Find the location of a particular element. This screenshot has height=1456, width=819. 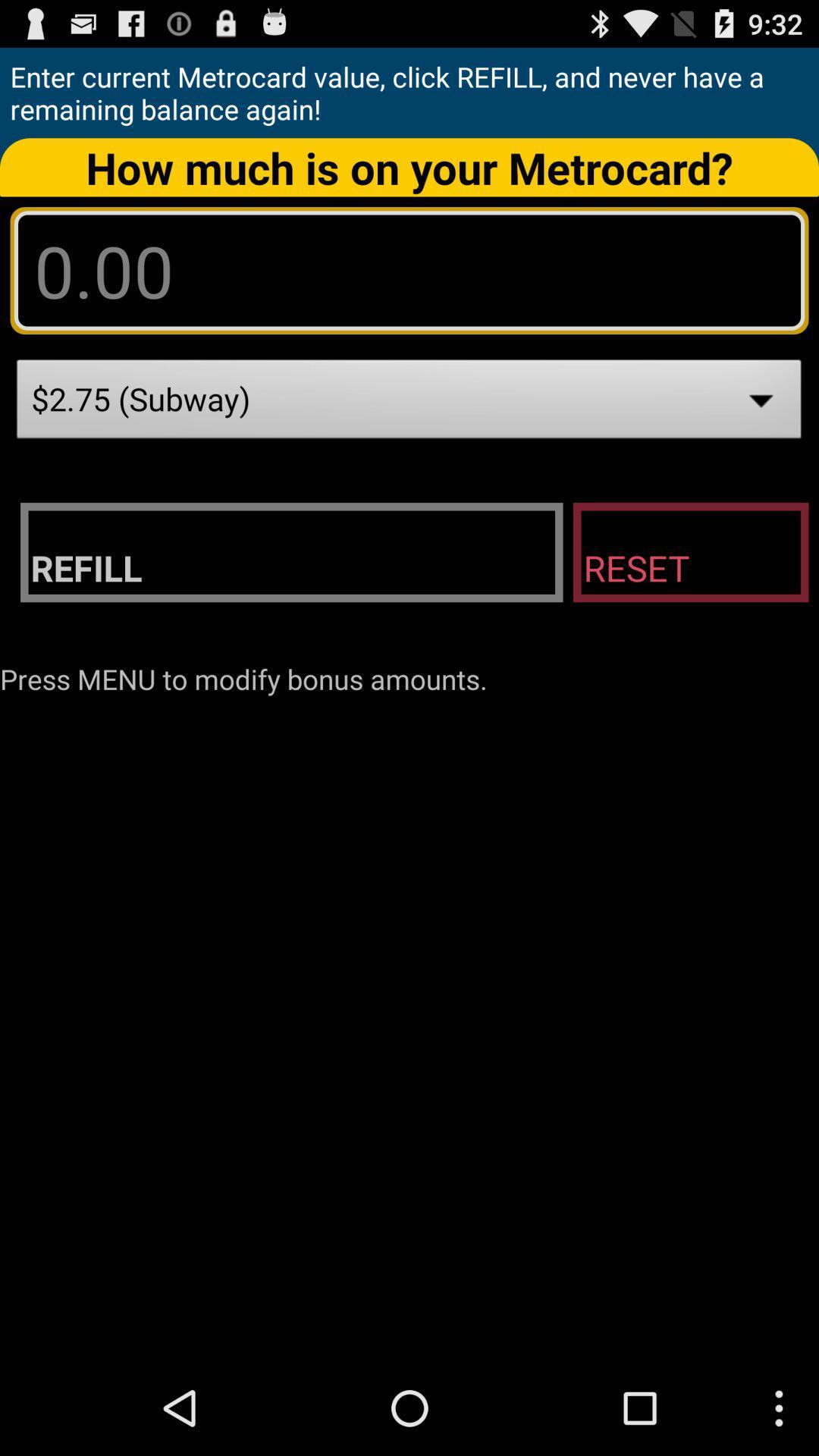

amount onto your metrocard is located at coordinates (409, 270).